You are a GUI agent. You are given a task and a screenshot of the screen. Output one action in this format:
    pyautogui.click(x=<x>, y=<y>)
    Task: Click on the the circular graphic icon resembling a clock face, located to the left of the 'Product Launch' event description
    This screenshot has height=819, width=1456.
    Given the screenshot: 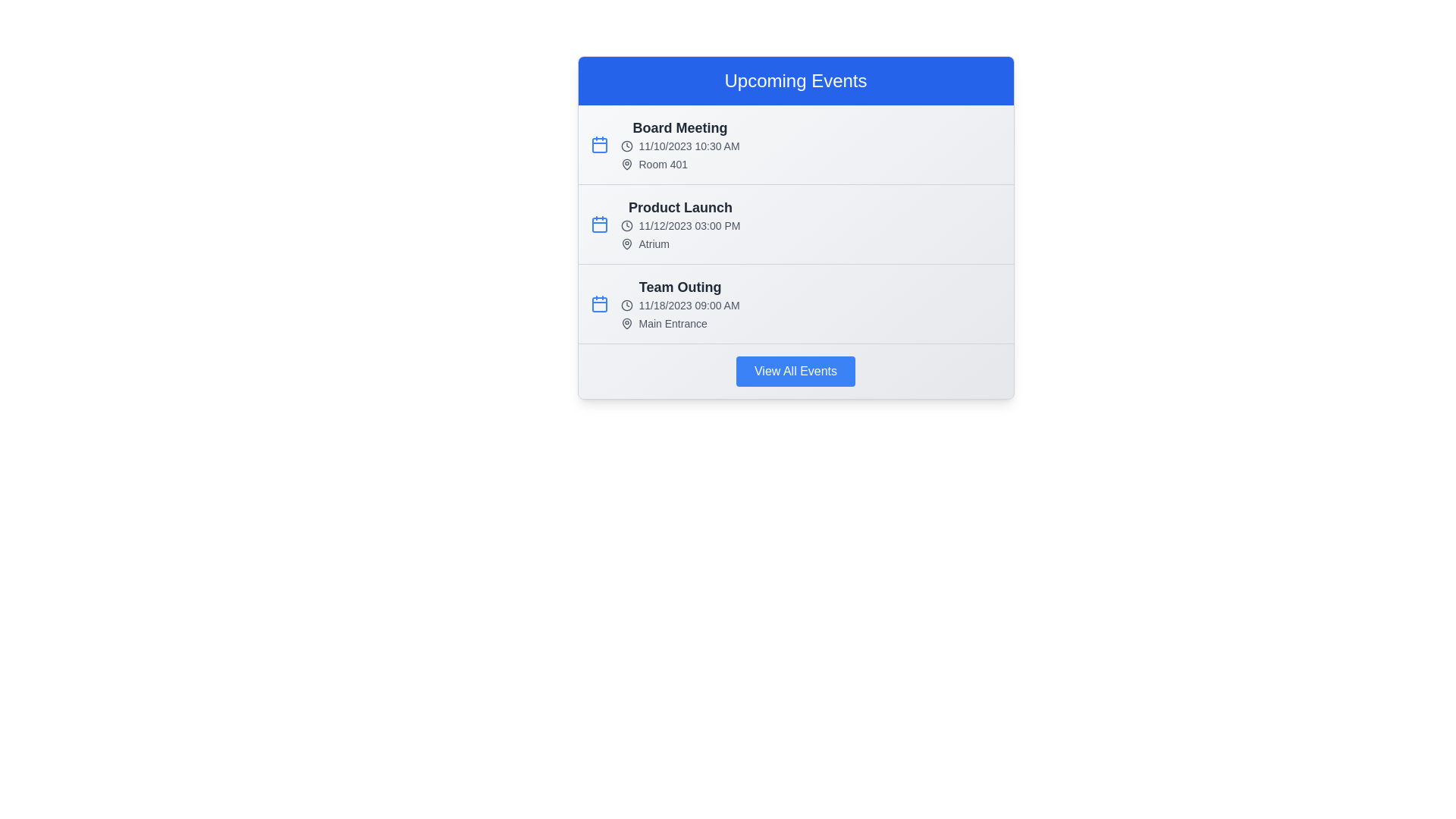 What is the action you would take?
    pyautogui.click(x=626, y=225)
    